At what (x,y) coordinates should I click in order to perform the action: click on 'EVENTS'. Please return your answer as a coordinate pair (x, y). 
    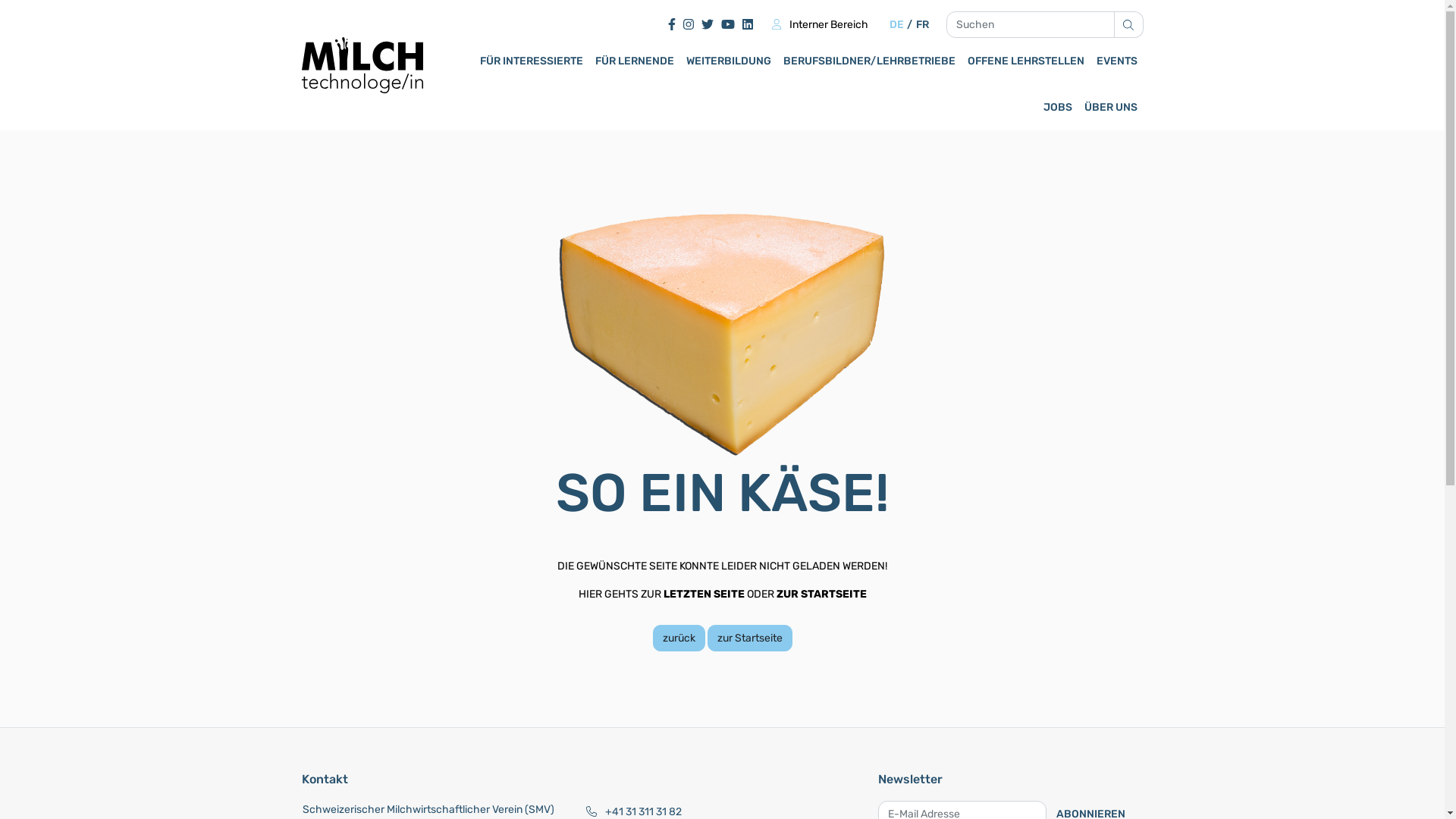
    Looking at the image, I should click on (1090, 60).